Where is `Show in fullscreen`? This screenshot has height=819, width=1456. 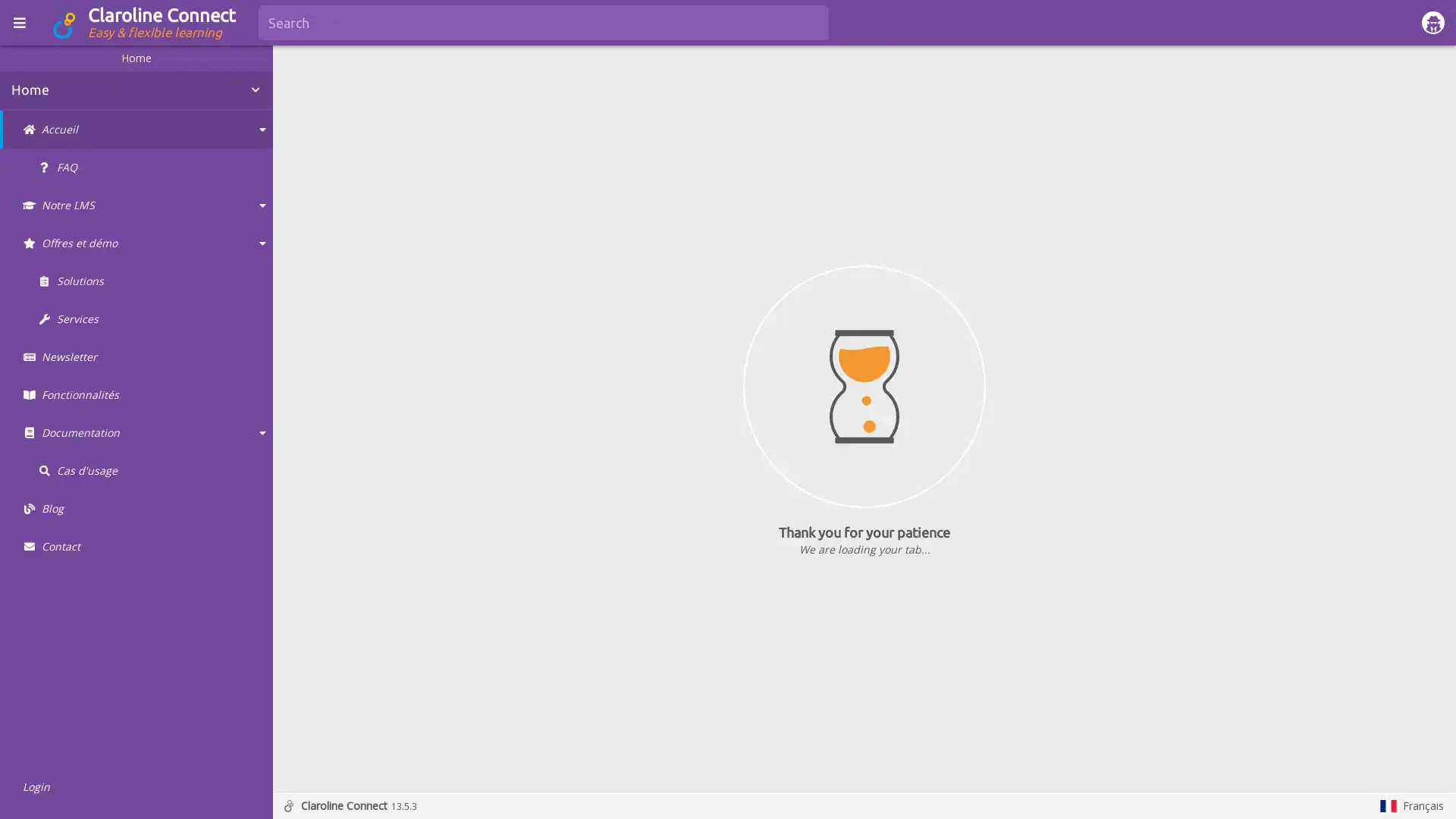
Show in fullscreen is located at coordinates (1388, 268).